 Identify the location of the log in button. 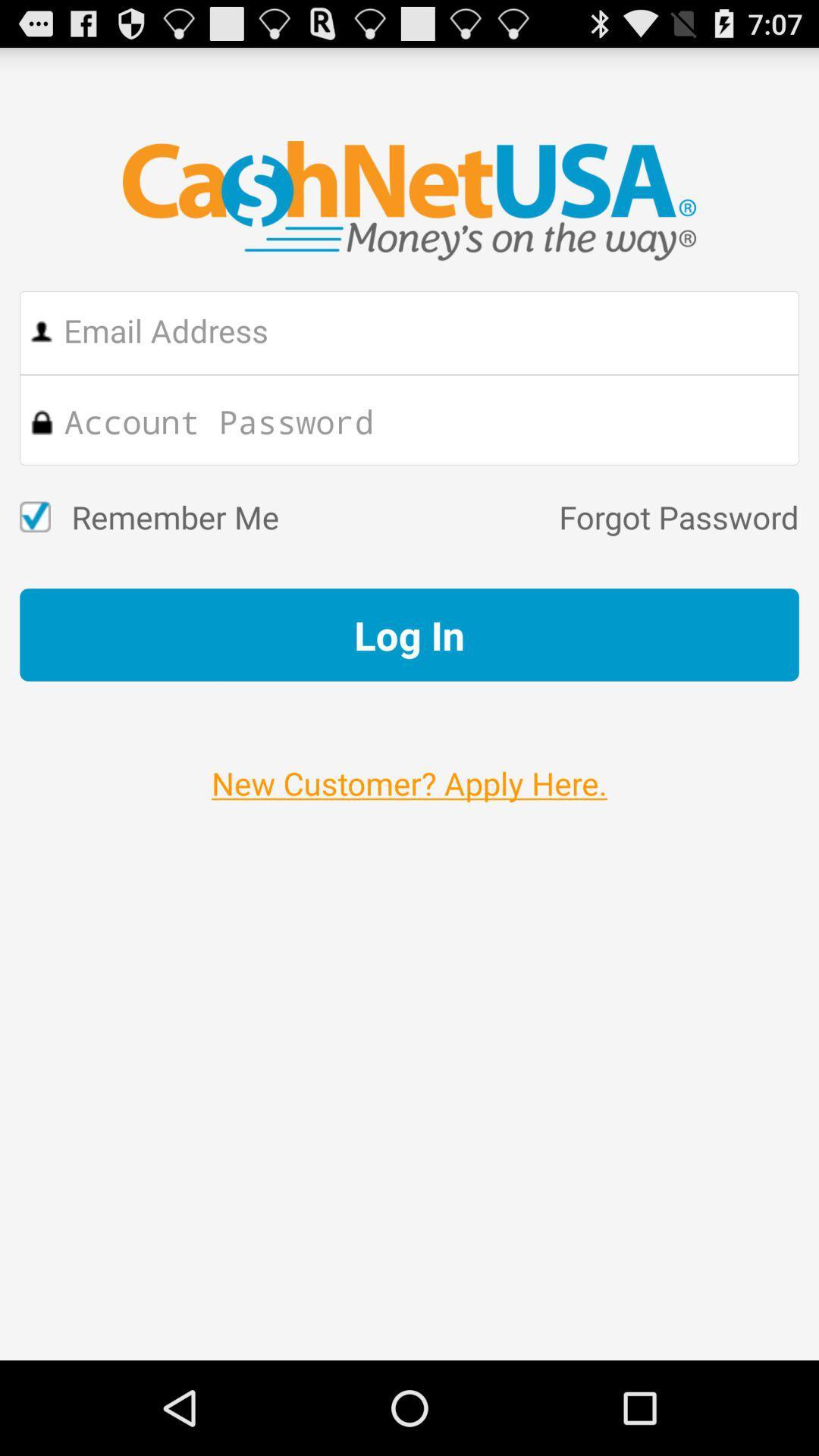
(409, 635).